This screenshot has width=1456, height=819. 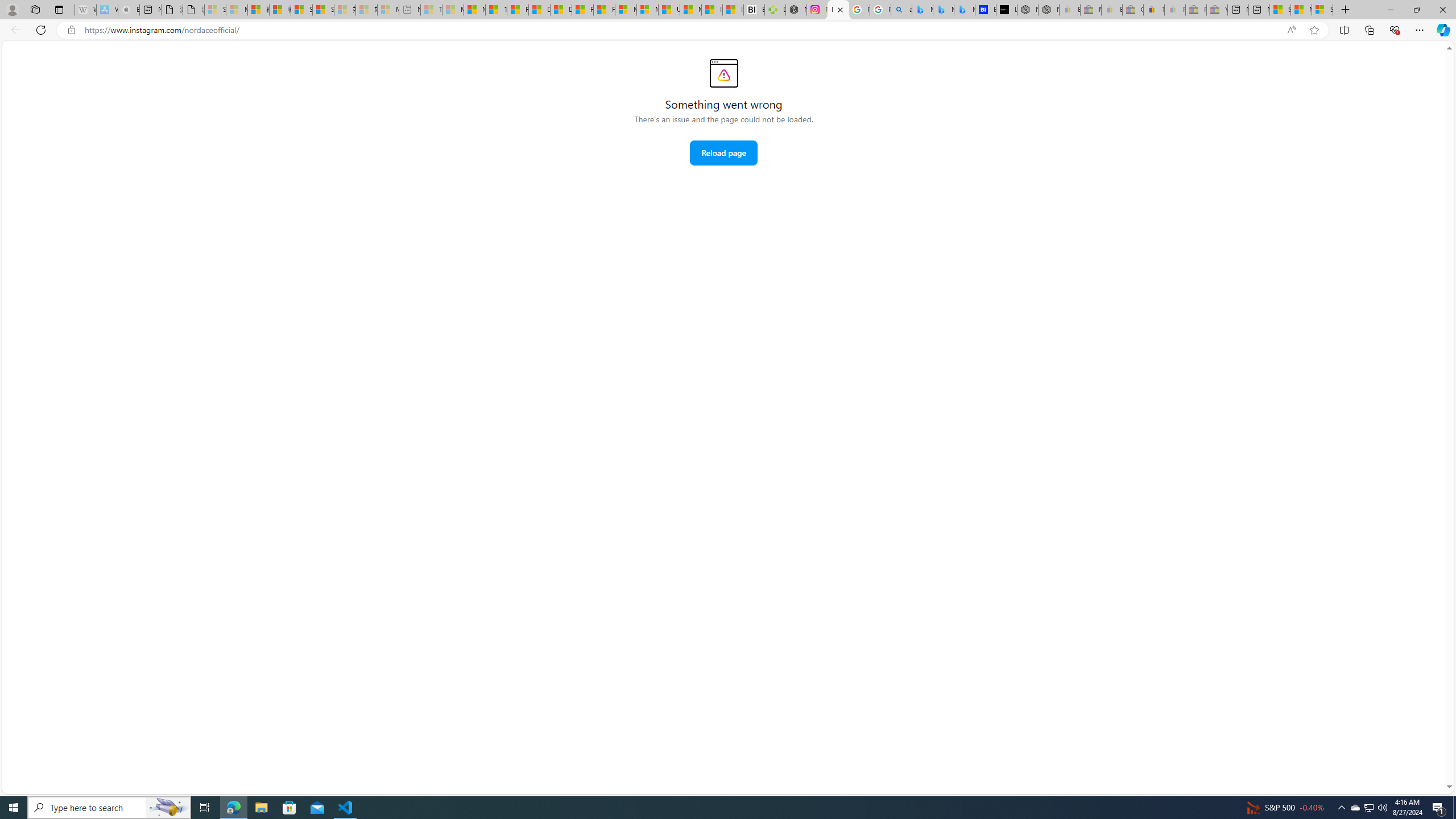 I want to click on 'Error', so click(x=723, y=72).